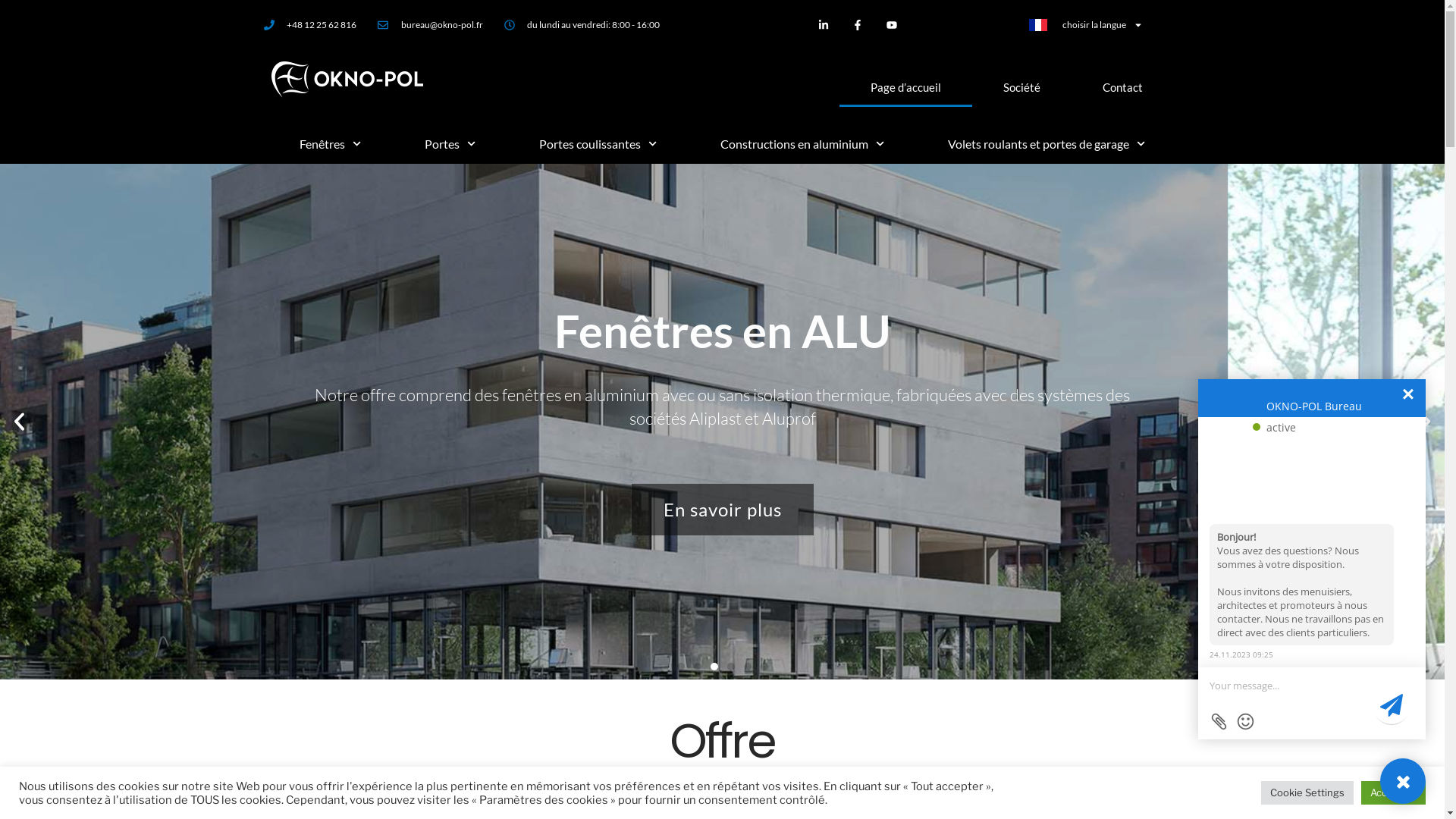 The width and height of the screenshot is (1456, 819). Describe the element at coordinates (263, 25) in the screenshot. I see `'+48 12 25 62 816'` at that location.